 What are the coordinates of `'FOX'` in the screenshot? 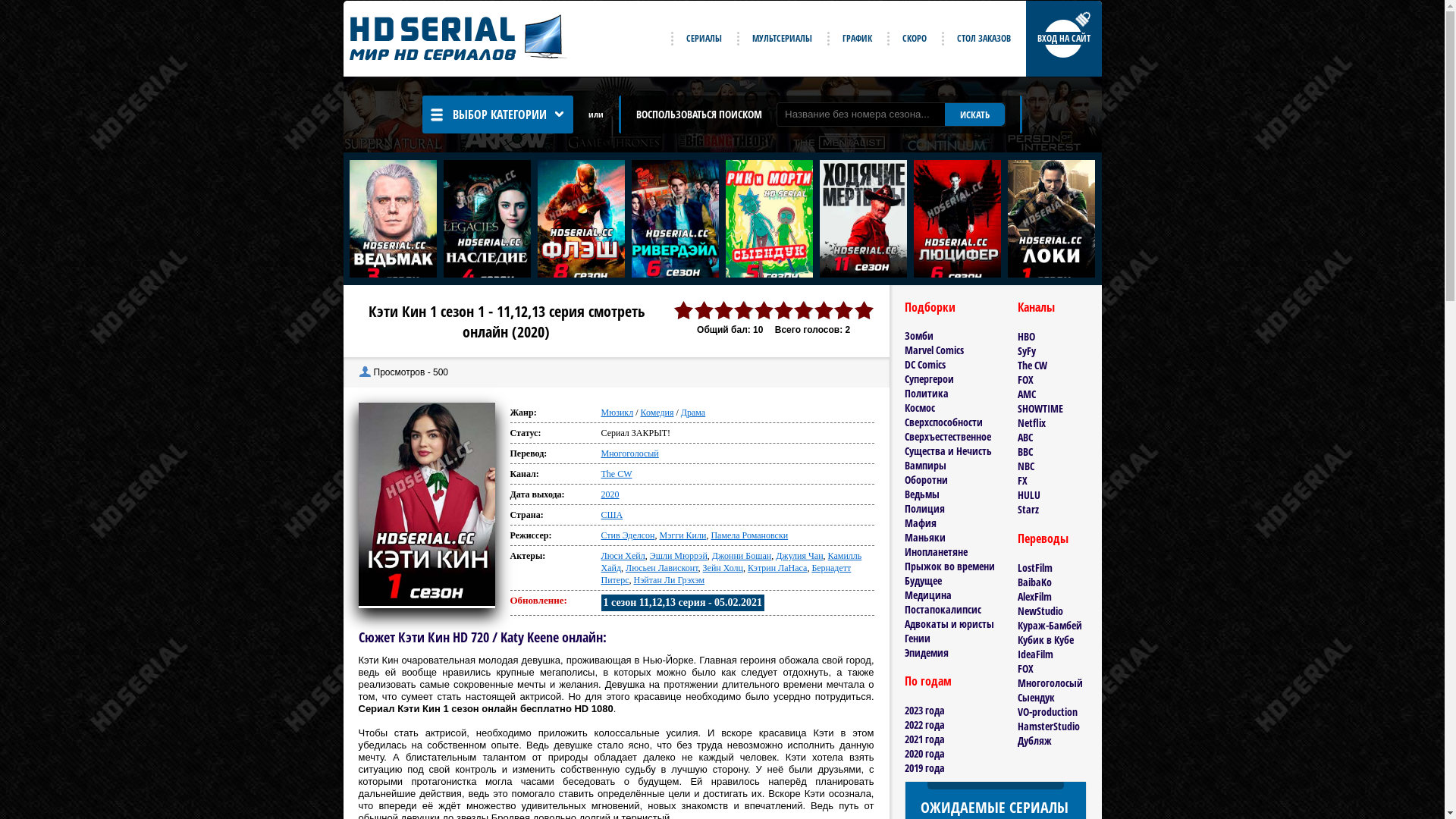 It's located at (1025, 667).